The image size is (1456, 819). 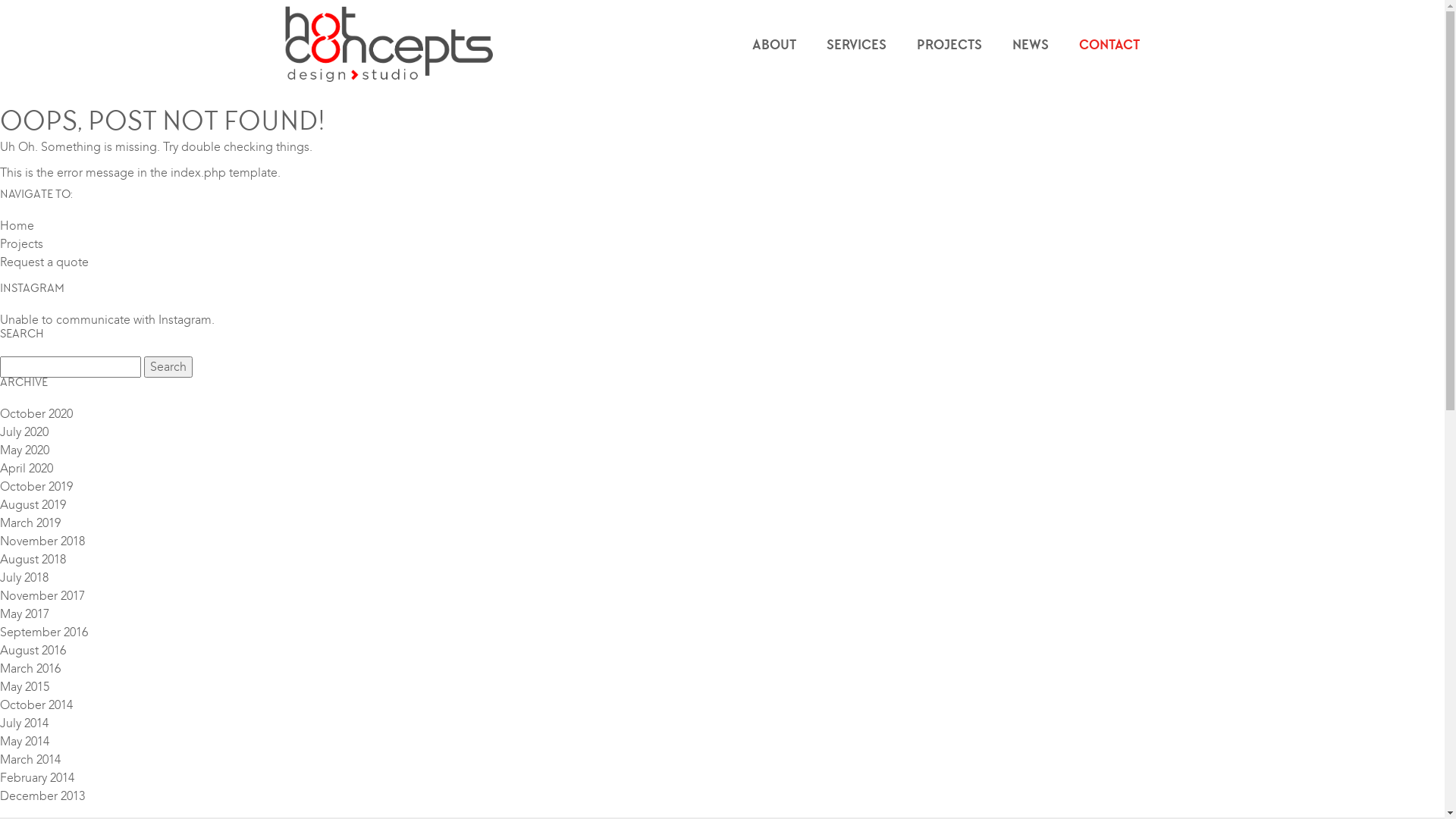 I want to click on 'CONTACT', so click(x=1109, y=45).